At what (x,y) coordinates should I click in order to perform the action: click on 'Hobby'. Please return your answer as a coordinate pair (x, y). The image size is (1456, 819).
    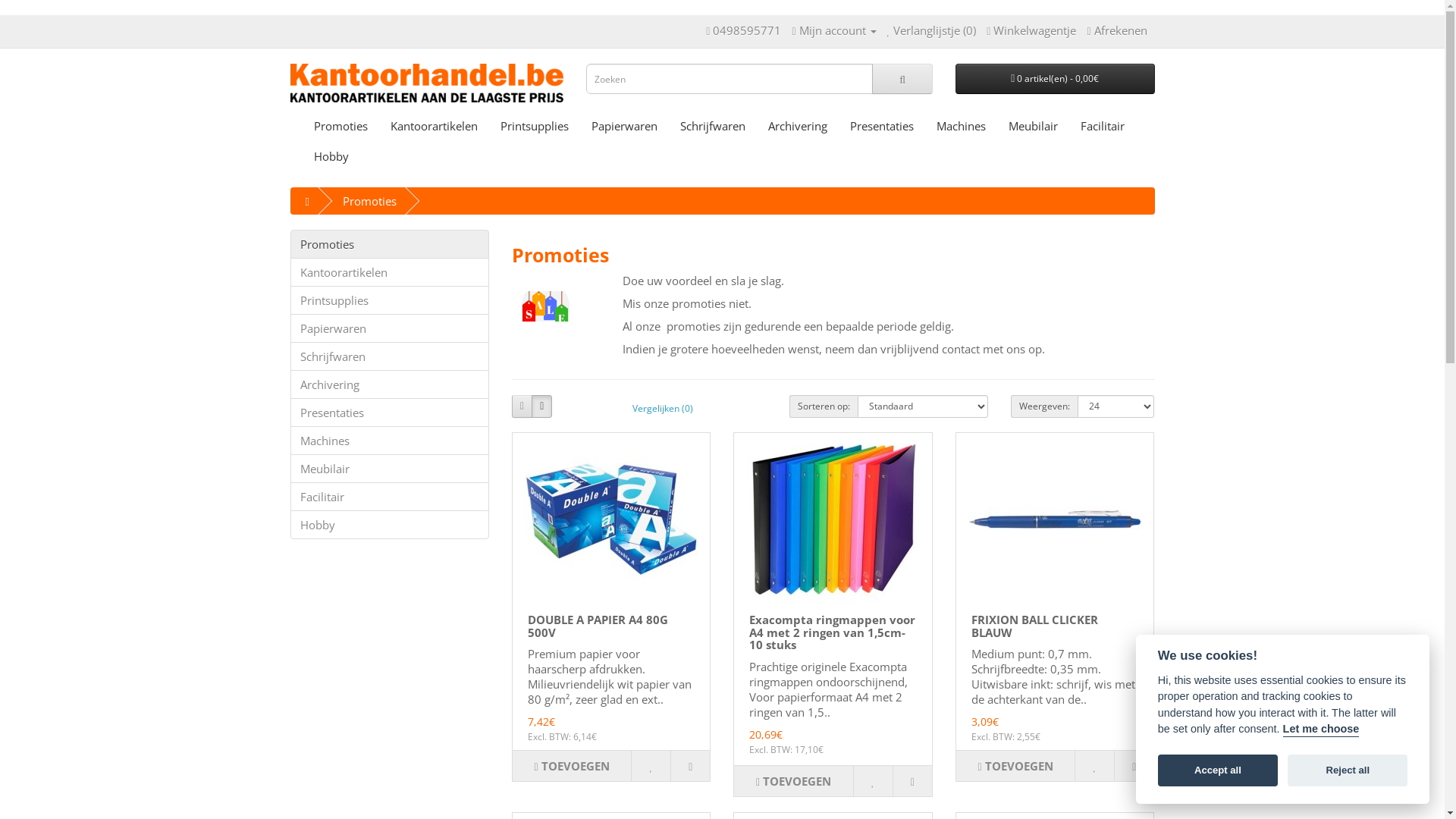
    Looking at the image, I should click on (389, 523).